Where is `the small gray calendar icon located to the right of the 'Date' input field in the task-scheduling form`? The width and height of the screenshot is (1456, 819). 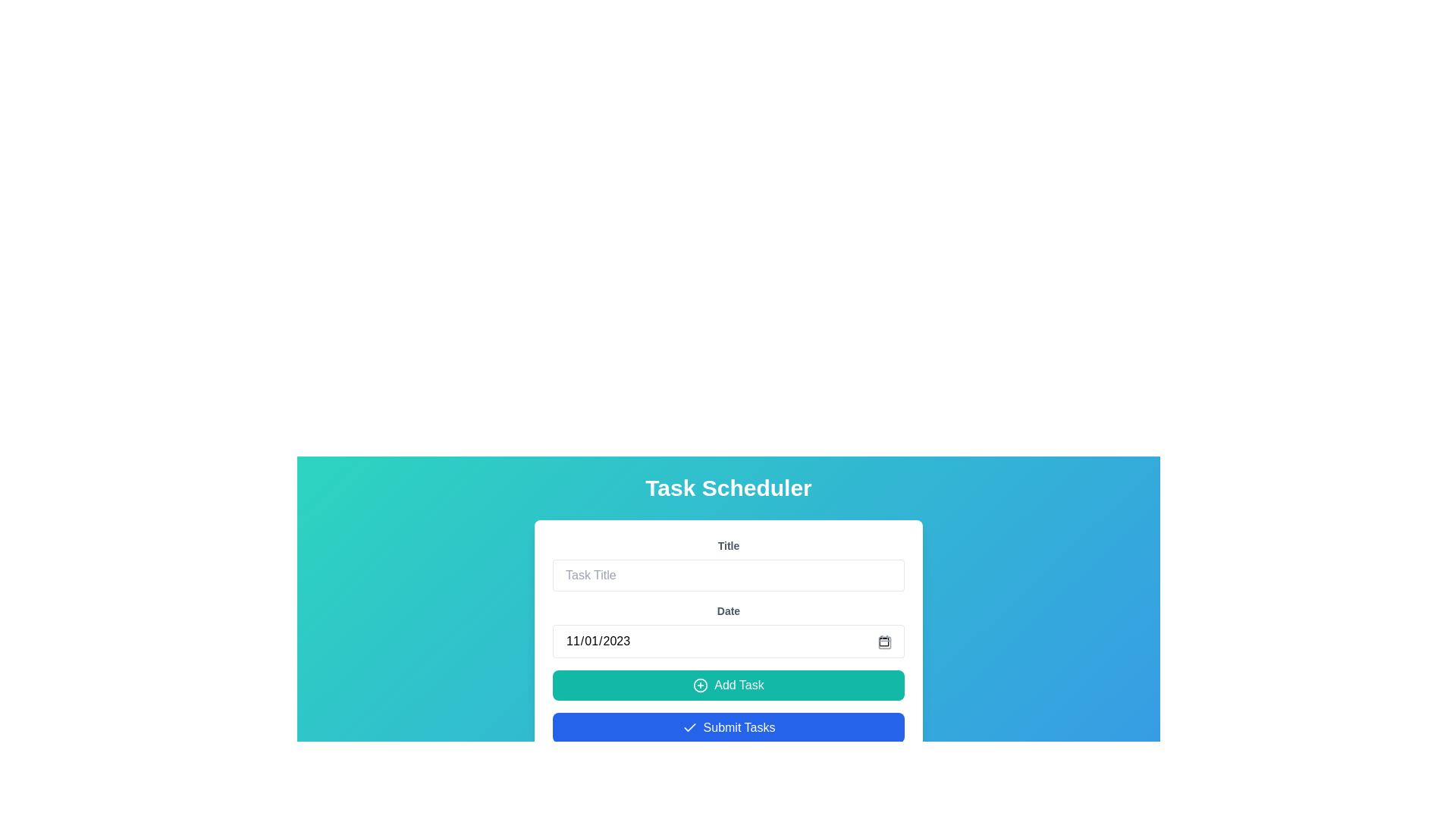
the small gray calendar icon located to the right of the 'Date' input field in the task-scheduling form is located at coordinates (884, 641).